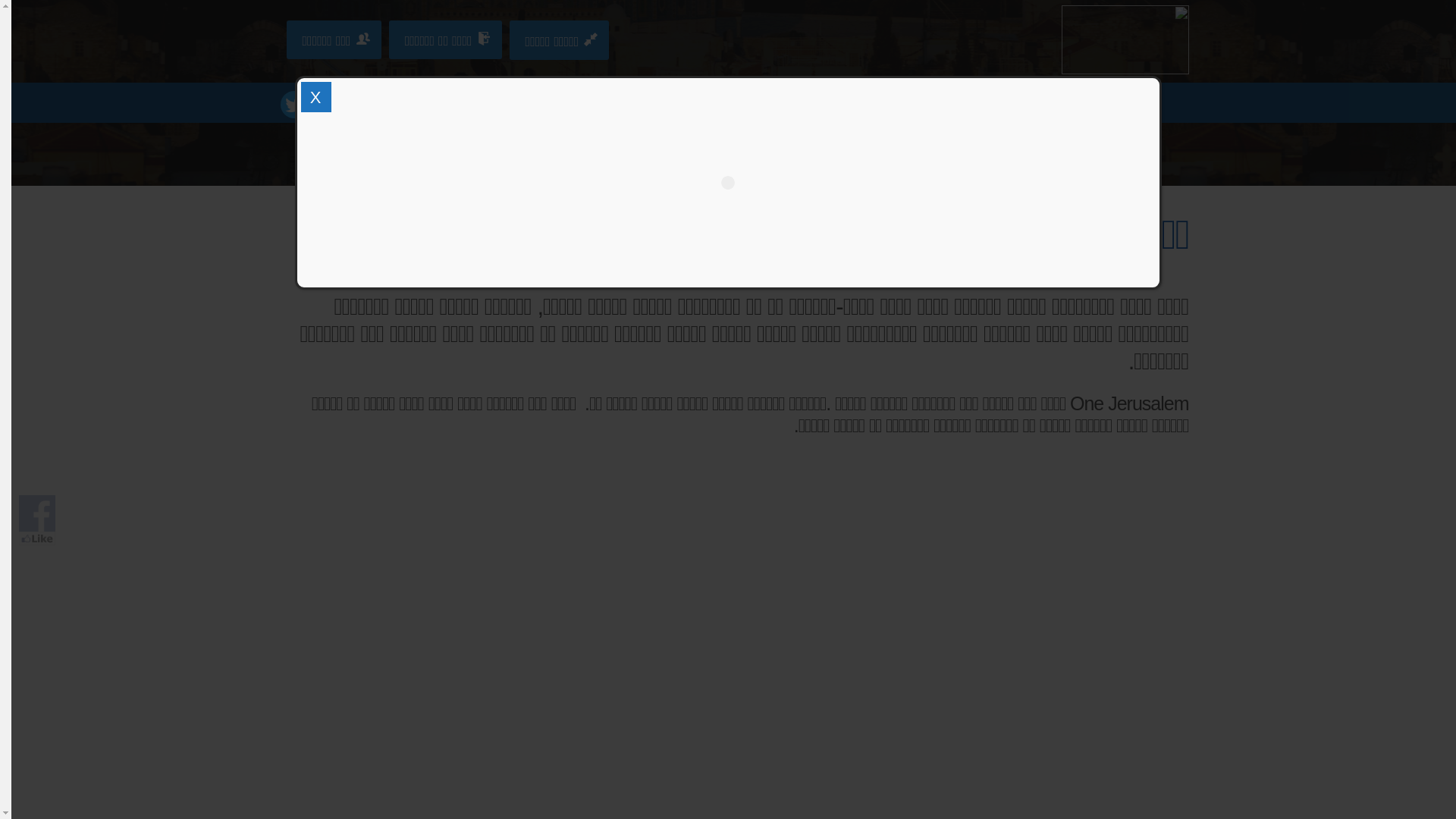 This screenshot has height=819, width=1456. Describe the element at coordinates (294, 104) in the screenshot. I see `'twitter'` at that location.